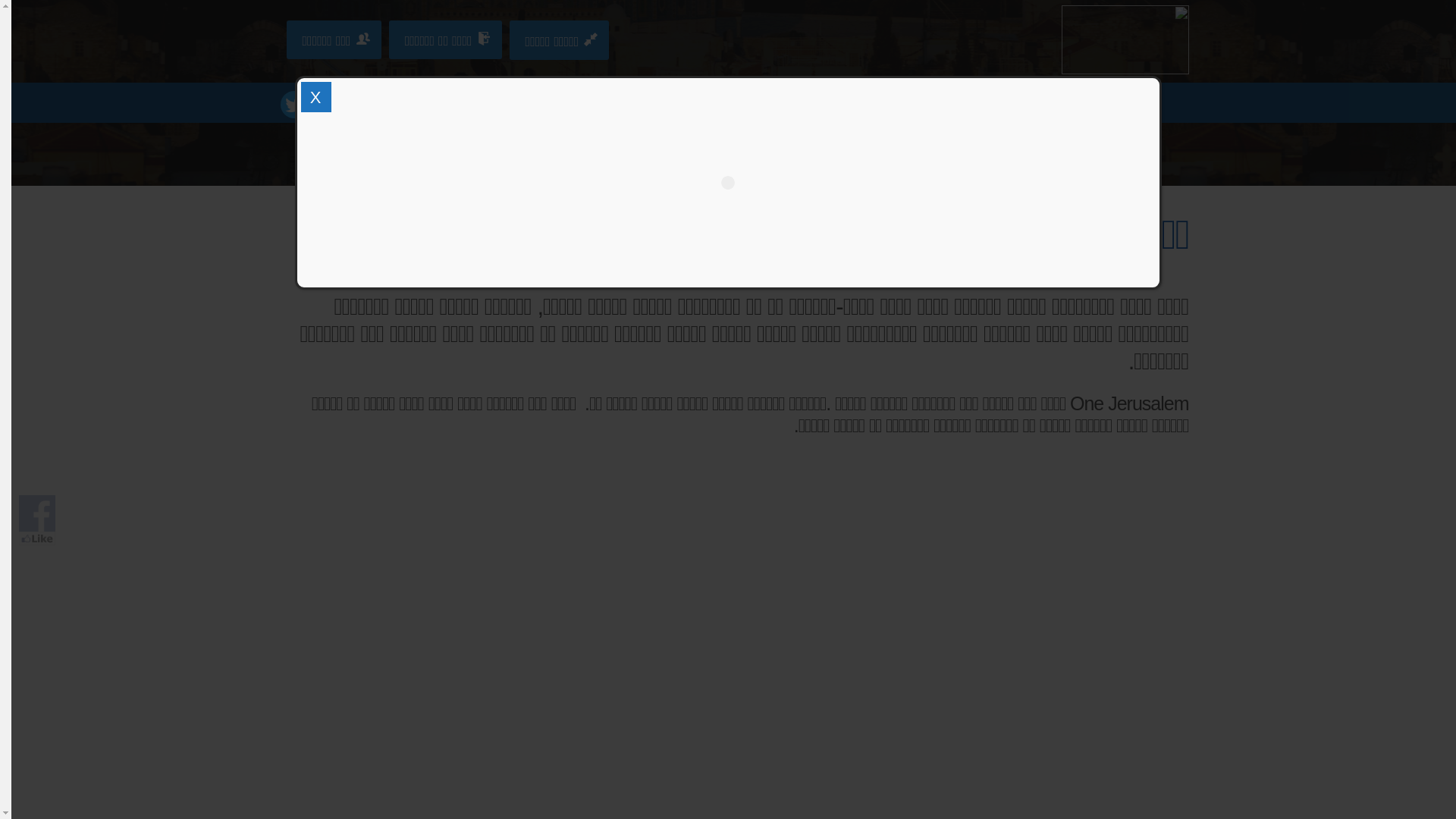 This screenshot has height=819, width=1456. Describe the element at coordinates (294, 104) in the screenshot. I see `'twitter'` at that location.